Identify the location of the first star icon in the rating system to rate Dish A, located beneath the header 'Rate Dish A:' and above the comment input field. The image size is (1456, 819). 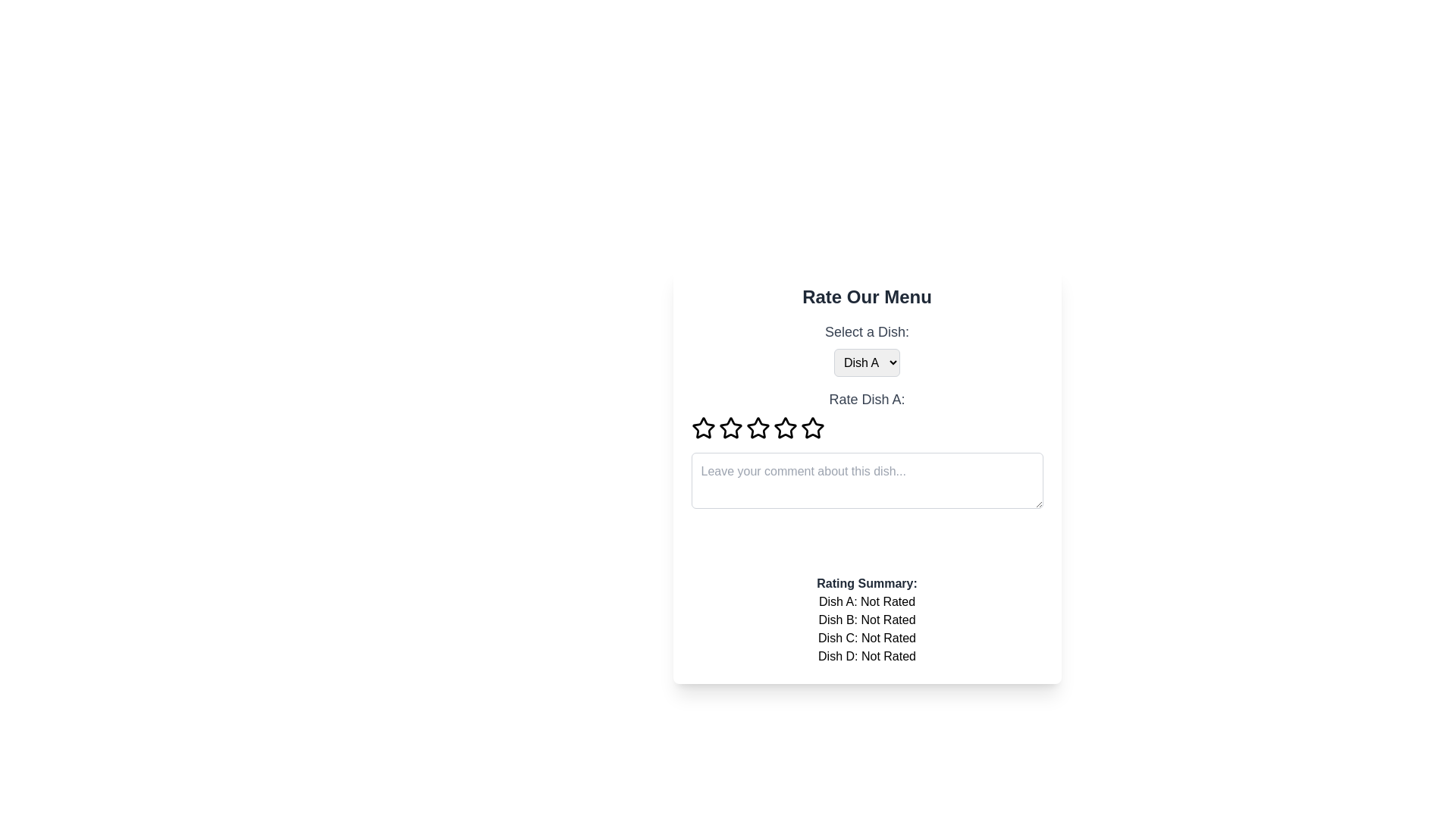
(701, 427).